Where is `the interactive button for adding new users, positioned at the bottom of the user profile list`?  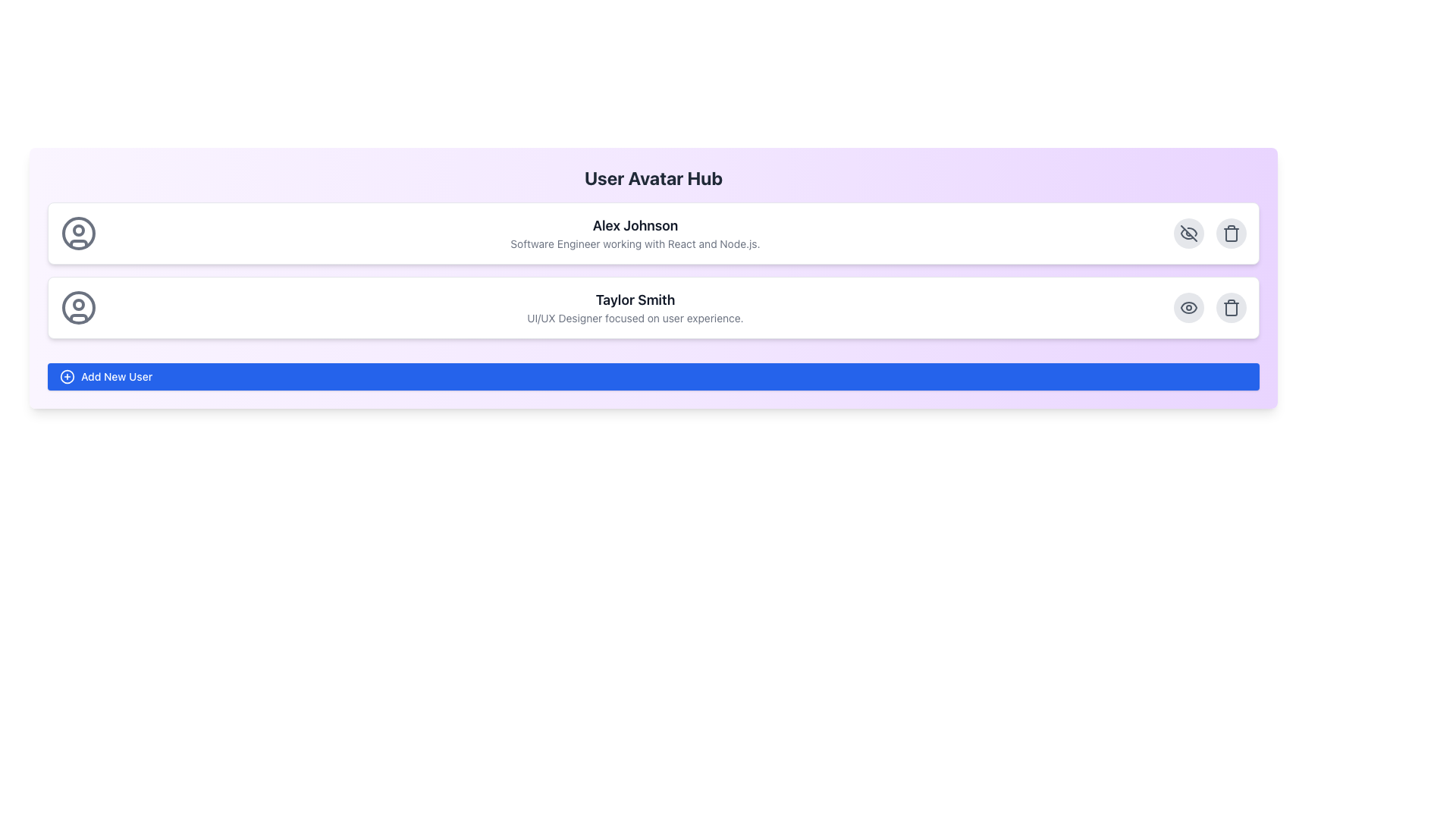 the interactive button for adding new users, positioned at the bottom of the user profile list is located at coordinates (654, 376).